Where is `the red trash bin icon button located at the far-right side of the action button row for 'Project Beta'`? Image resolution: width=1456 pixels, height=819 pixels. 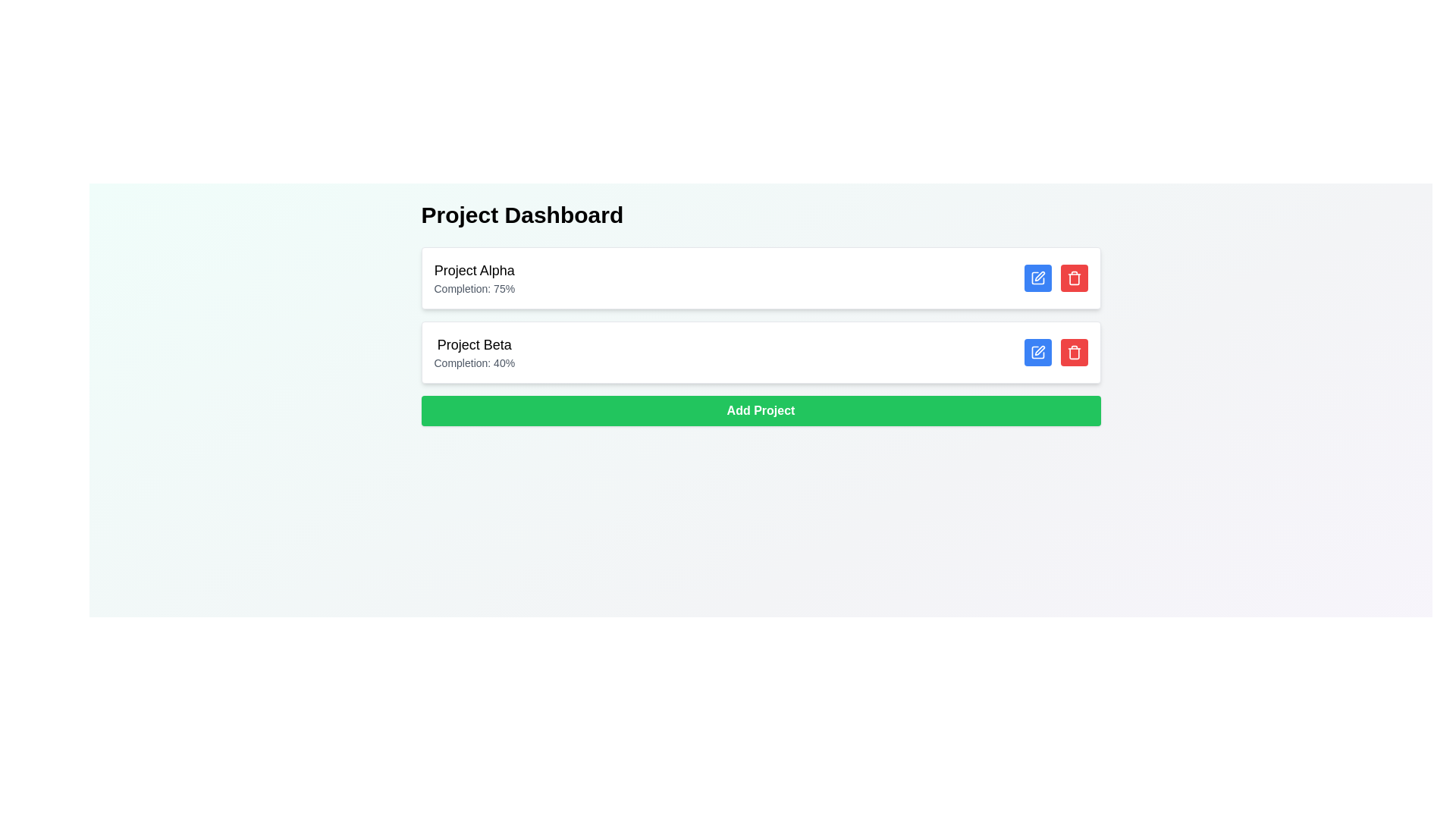 the red trash bin icon button located at the far-right side of the action button row for 'Project Beta' is located at coordinates (1073, 353).